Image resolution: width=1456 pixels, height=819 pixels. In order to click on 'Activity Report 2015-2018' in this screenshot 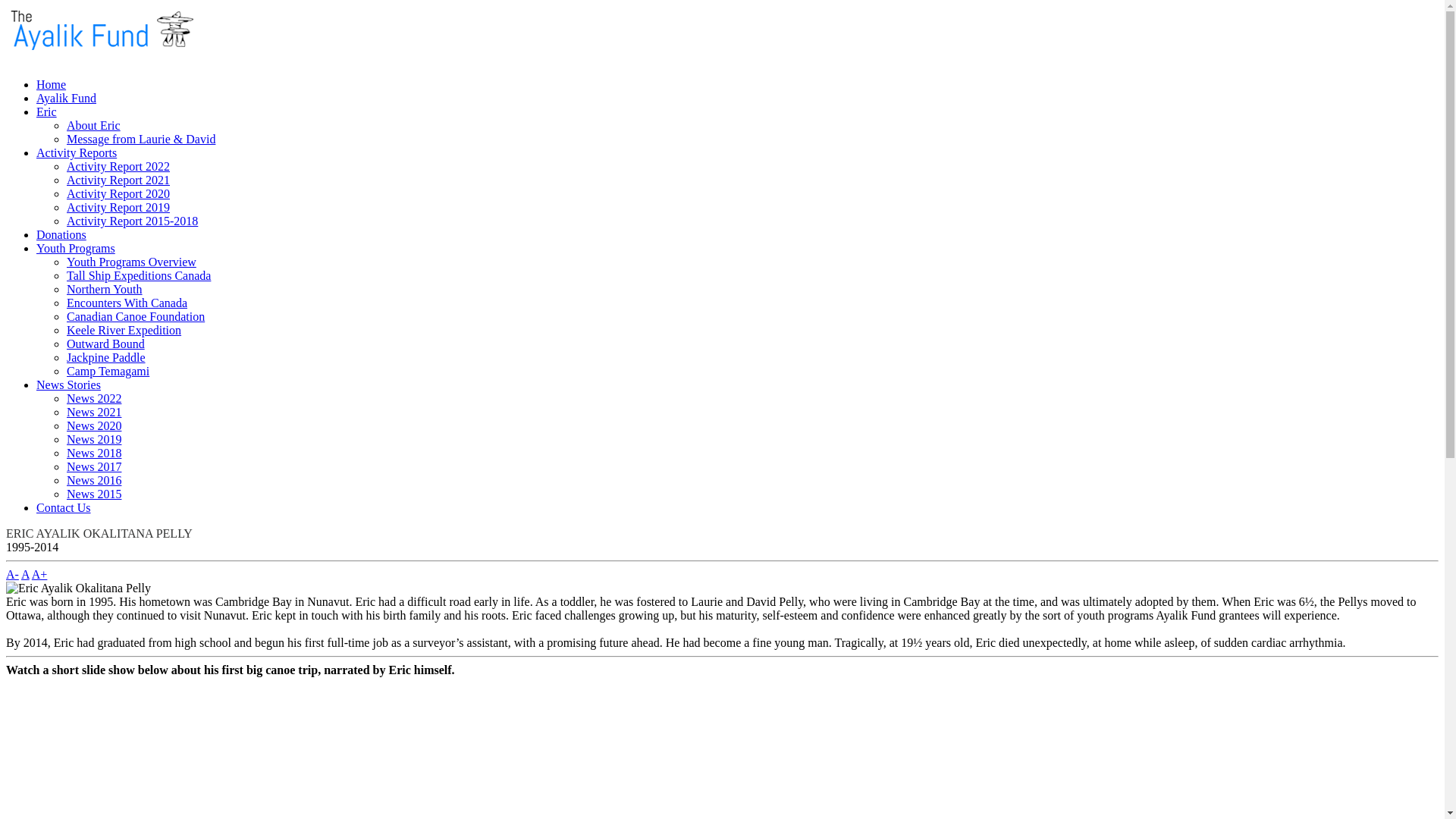, I will do `click(132, 221)`.